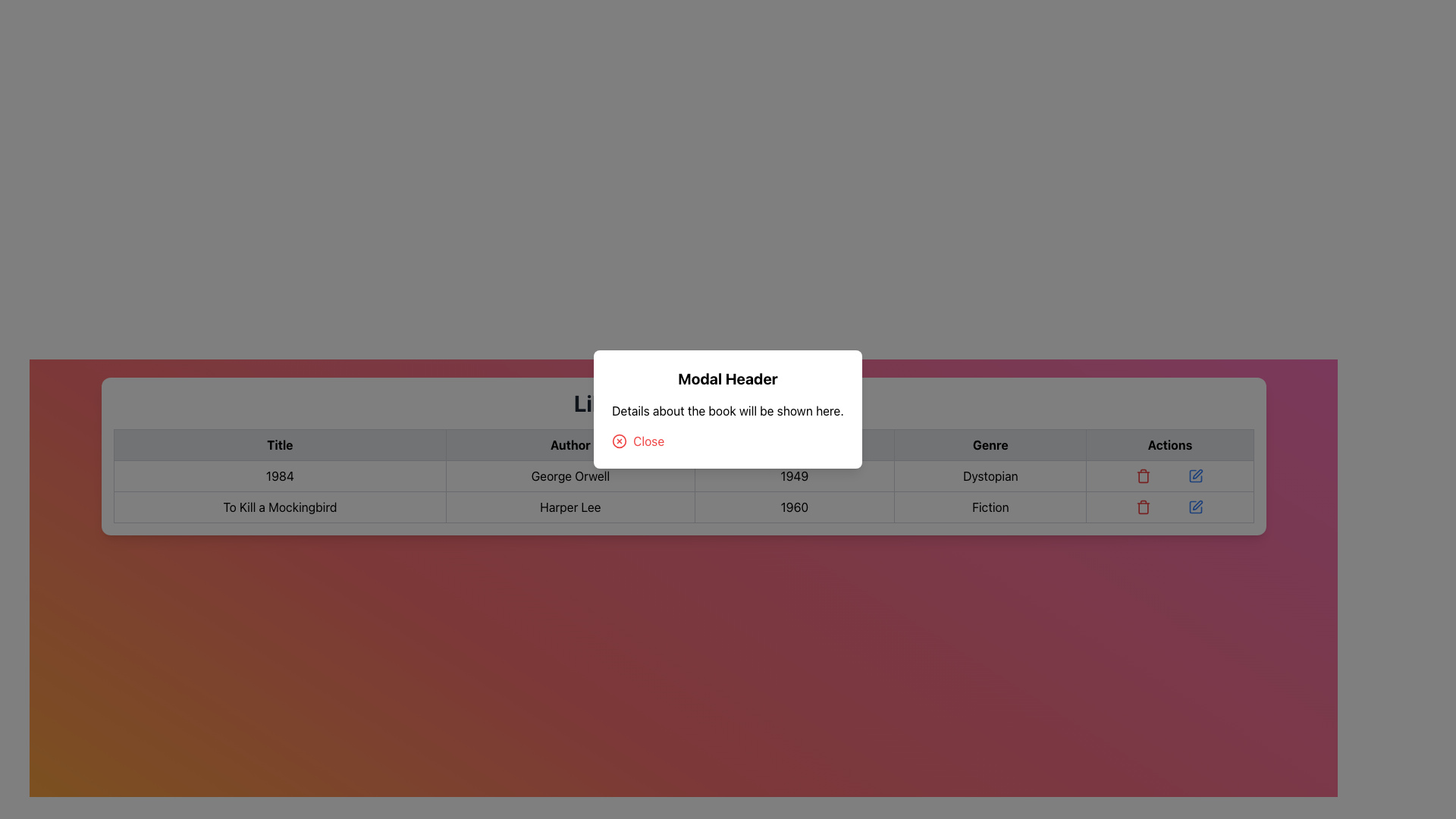 Image resolution: width=1456 pixels, height=819 pixels. What do you see at coordinates (1195, 475) in the screenshot?
I see `the blue pen icon button located on the far right of the second row in the 'Actions' column of the table` at bounding box center [1195, 475].